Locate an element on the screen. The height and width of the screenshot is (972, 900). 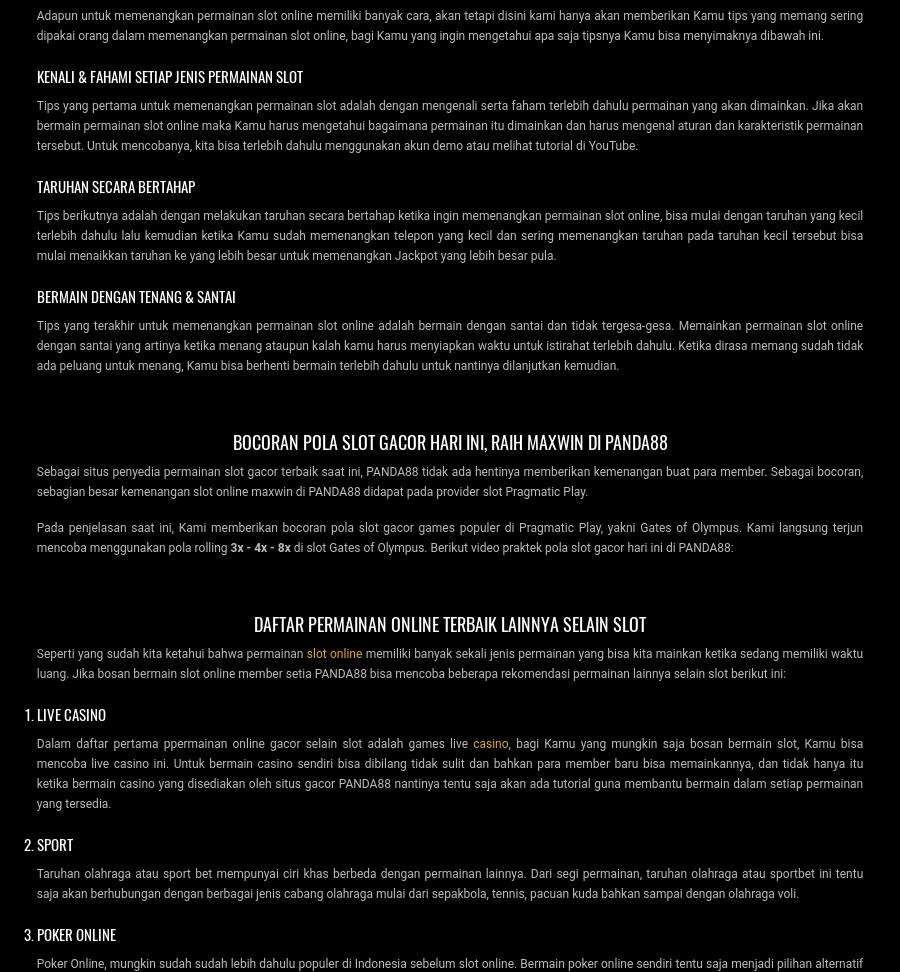
'Tips yang pertama untuk memenangkan permainan slot adalah dengan mengenali serta faham terlebih dahulu permainan yang akan dimainkan. Jika akan bermain permainan slot online maka Kamu harus mengetahui bagaimana permainan itu dimainkan dan harus mengenal aturan dan karakteristik permainan tersebut. Untuk mencobanya, kita bisa terlebih dahulu menggunakan akun demo atau melihat tutorial di YouTube.' is located at coordinates (449, 124).